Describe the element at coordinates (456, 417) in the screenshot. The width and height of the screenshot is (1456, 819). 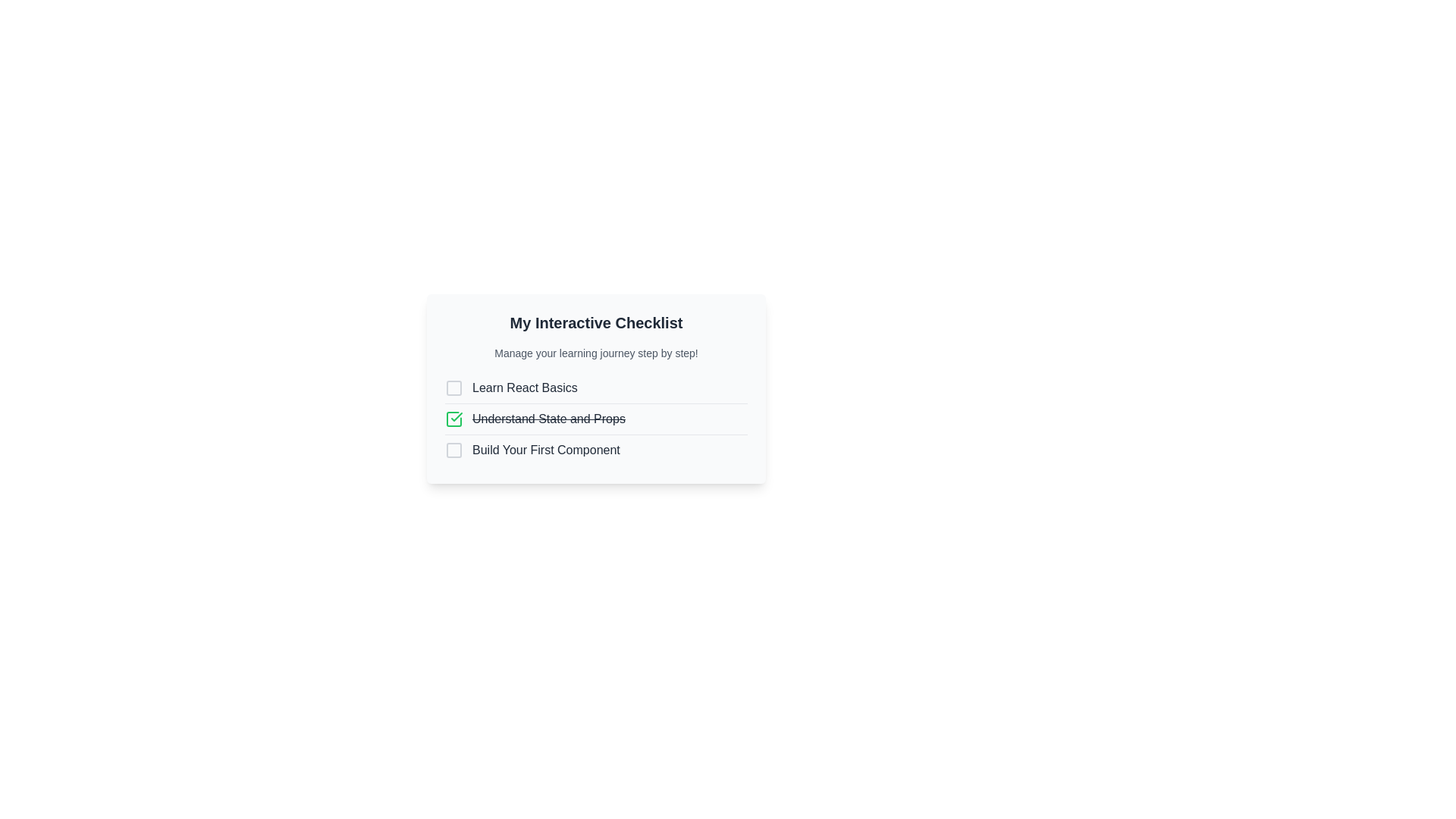
I see `the checkmark icon within a square that indicates the completion of the task 'Understand State and Props' in the checklist` at that location.